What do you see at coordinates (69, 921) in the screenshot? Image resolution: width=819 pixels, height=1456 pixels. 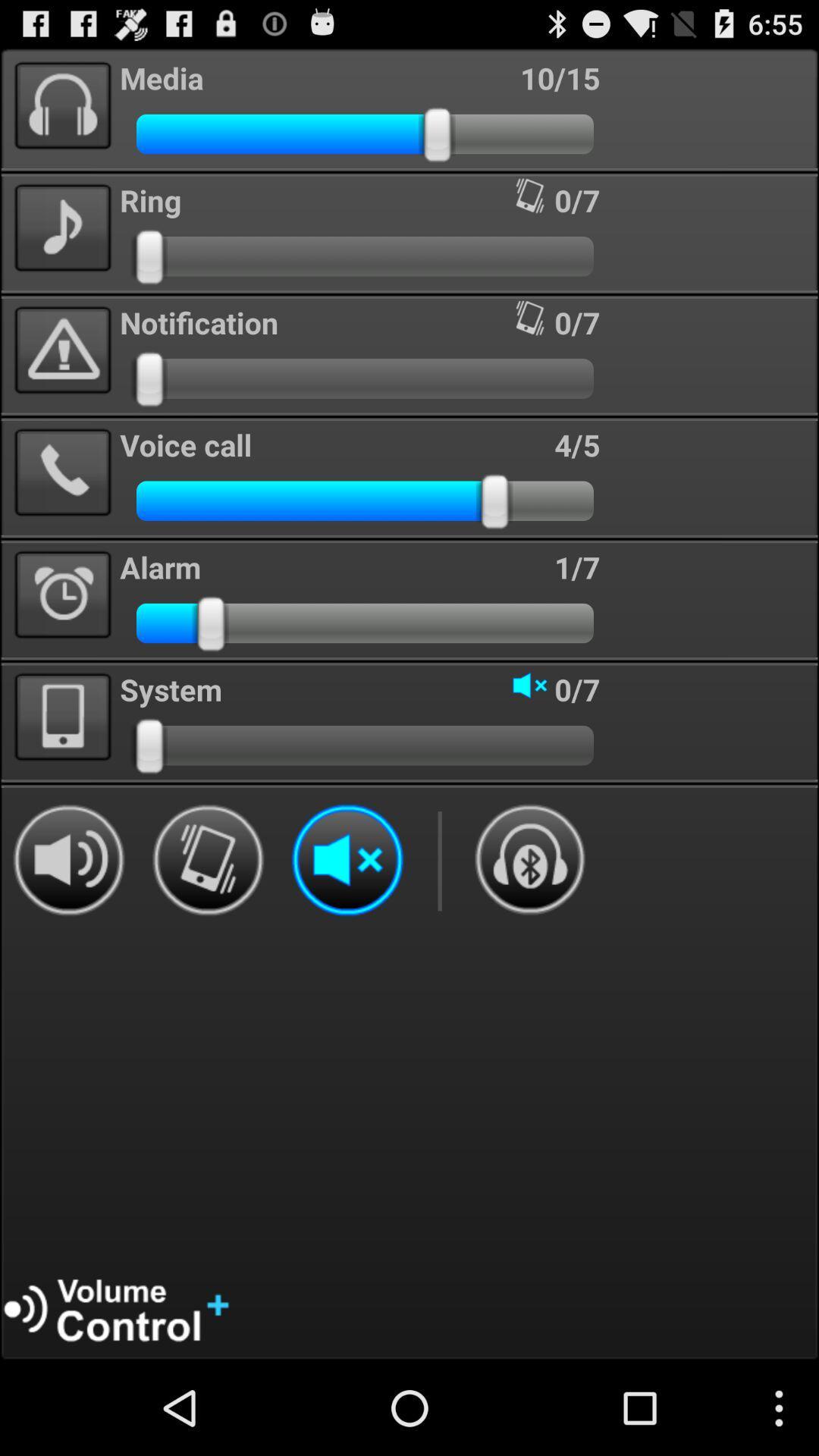 I see `the volume icon` at bounding box center [69, 921].